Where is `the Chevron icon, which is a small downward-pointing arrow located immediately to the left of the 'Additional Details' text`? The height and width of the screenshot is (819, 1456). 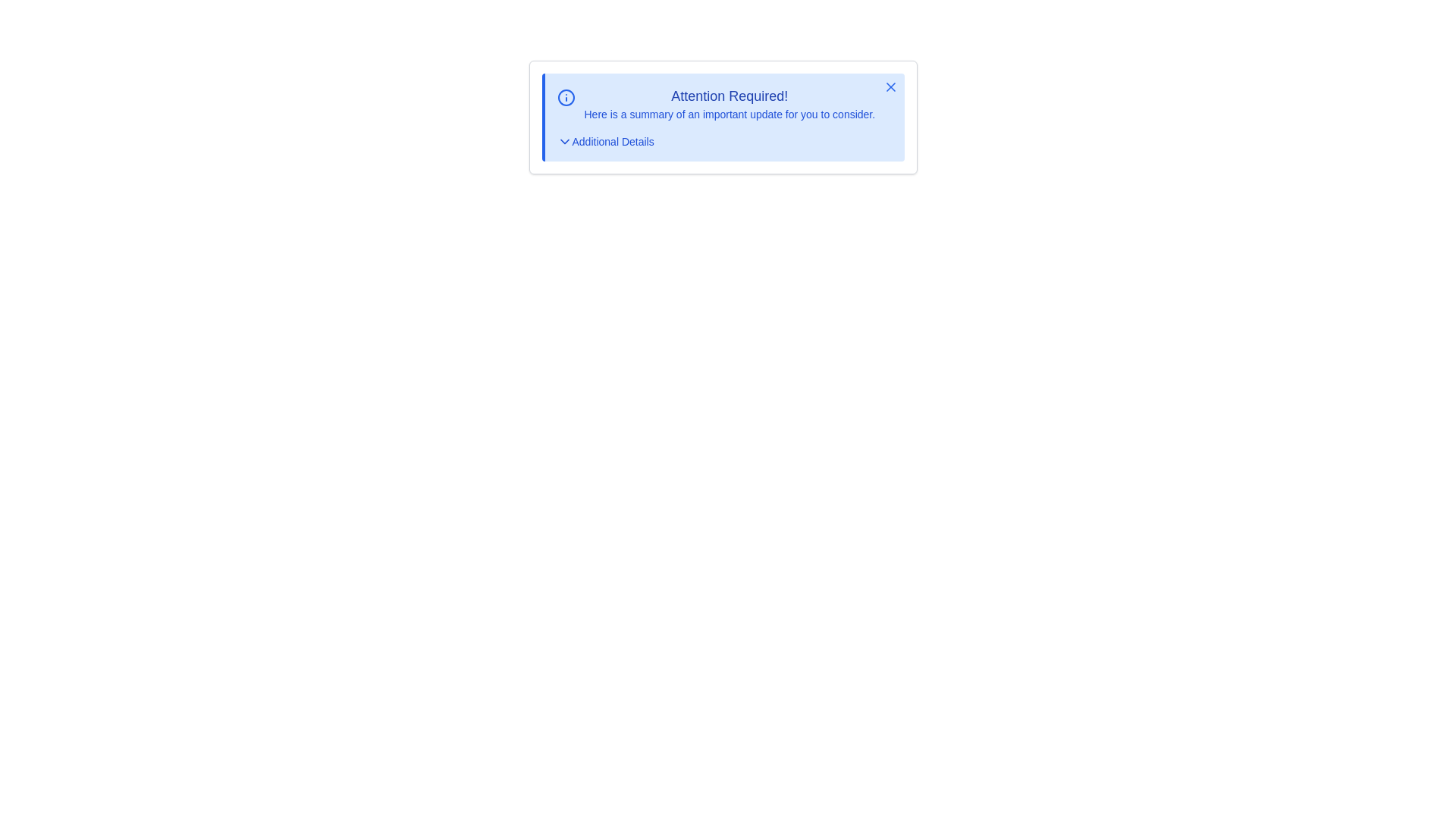
the Chevron icon, which is a small downward-pointing arrow located immediately to the left of the 'Additional Details' text is located at coordinates (563, 141).